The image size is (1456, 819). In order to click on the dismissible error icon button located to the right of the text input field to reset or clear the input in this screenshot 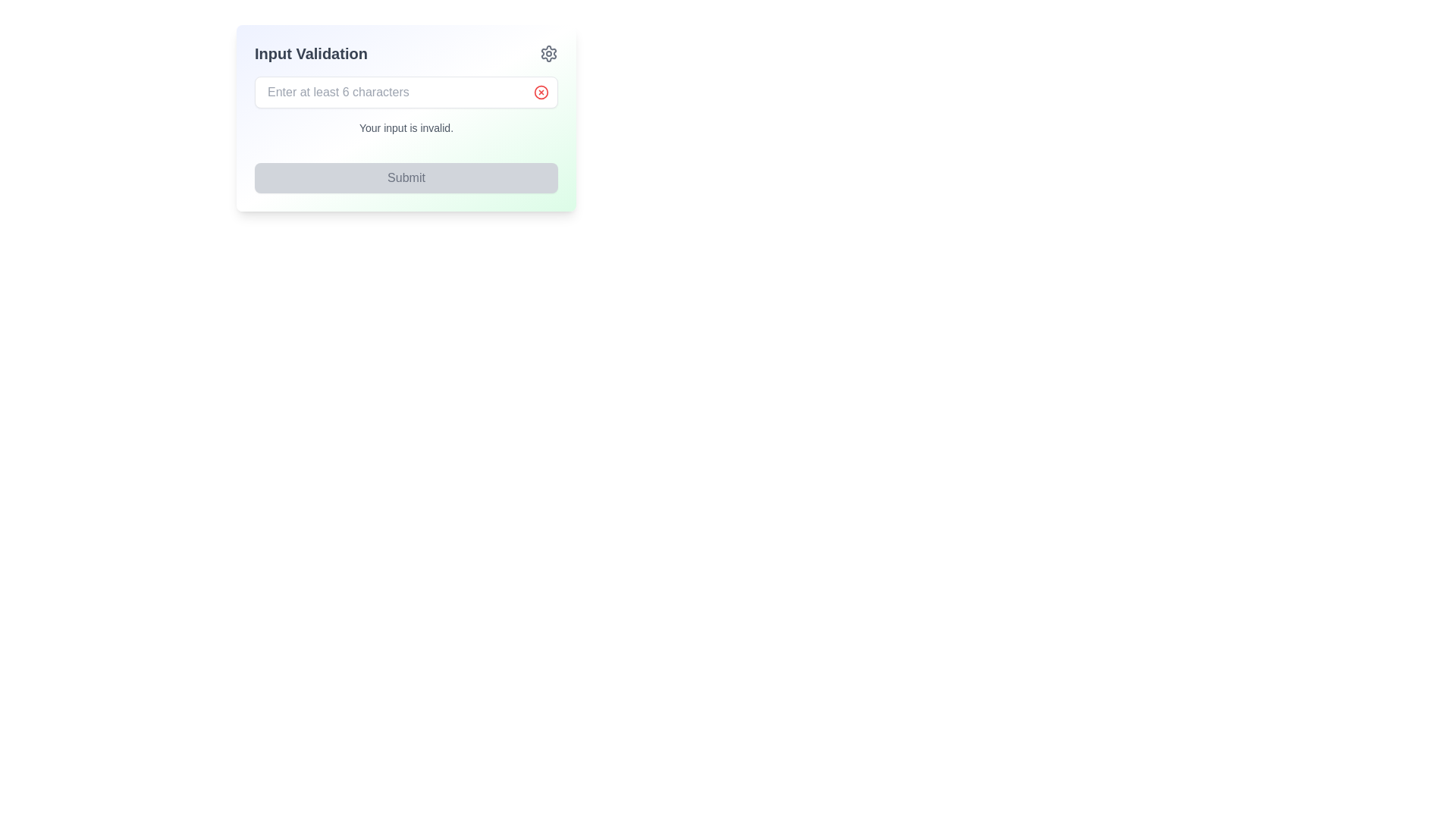, I will do `click(541, 93)`.